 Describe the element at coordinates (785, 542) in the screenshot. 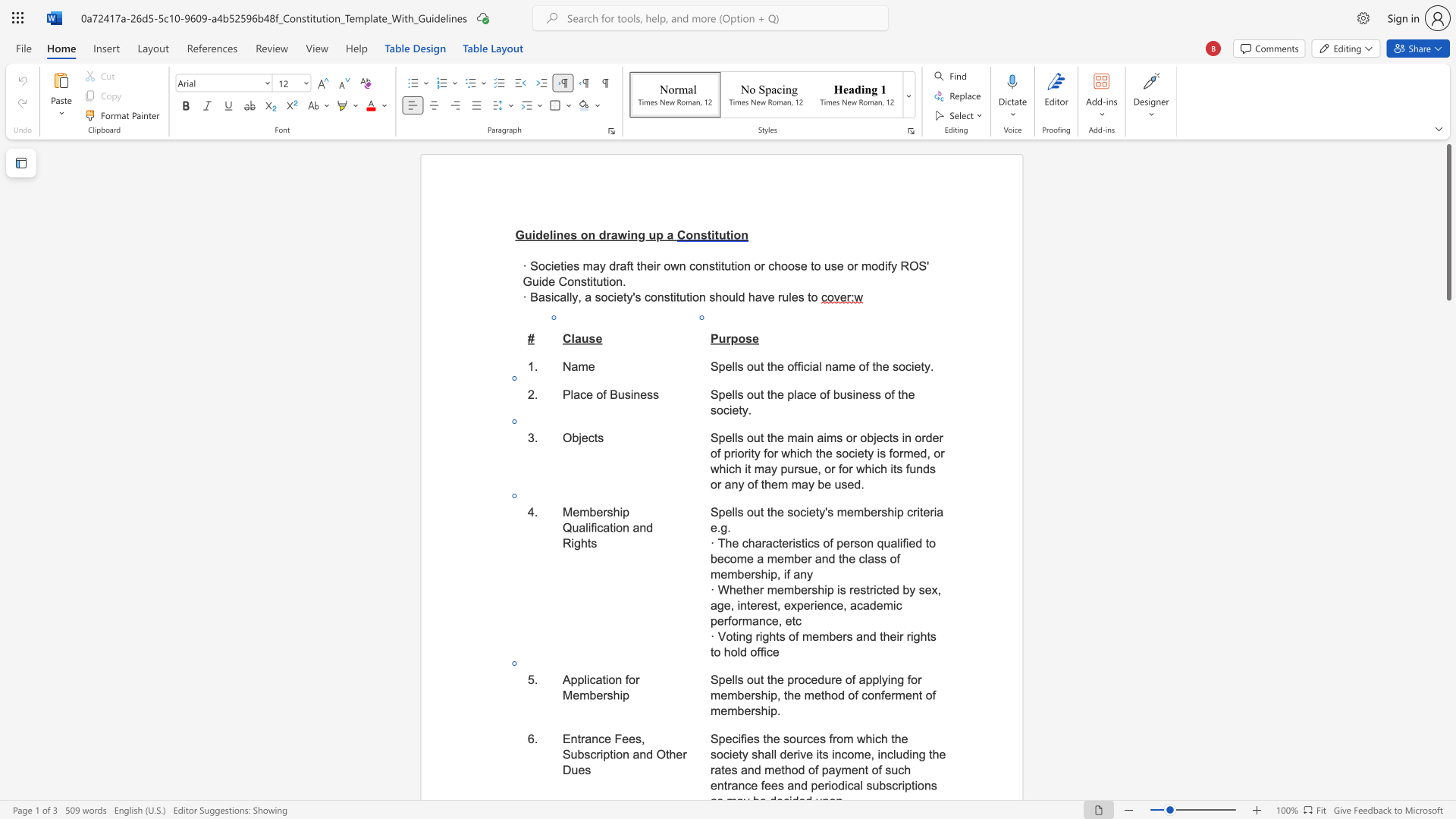

I see `the 2th character "e" in the text` at that location.